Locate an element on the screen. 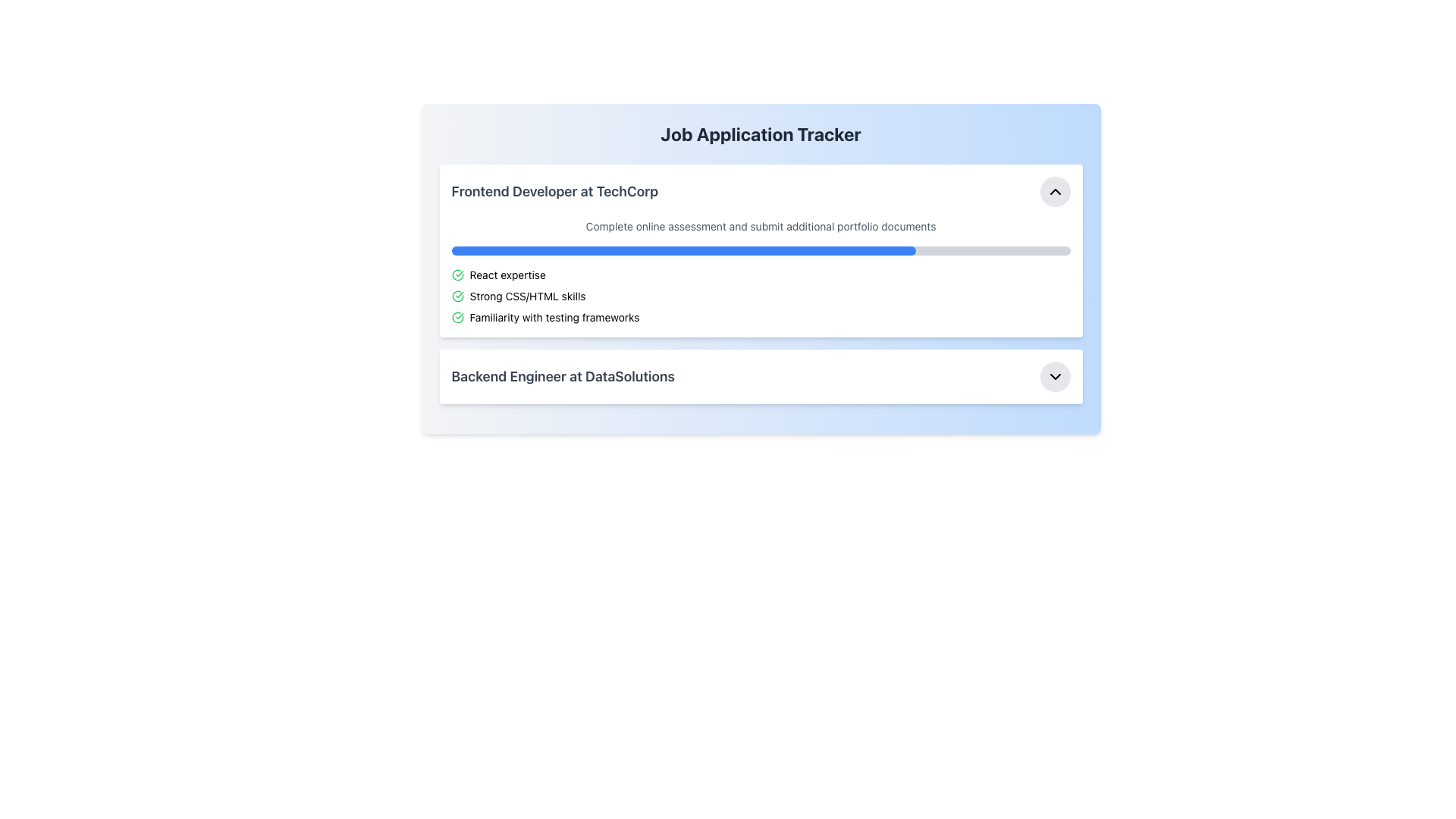 The width and height of the screenshot is (1456, 819). the Text Label that serves as the title or header for the section, providing a brief and clear description of the content or purpose of the section below is located at coordinates (761, 133).